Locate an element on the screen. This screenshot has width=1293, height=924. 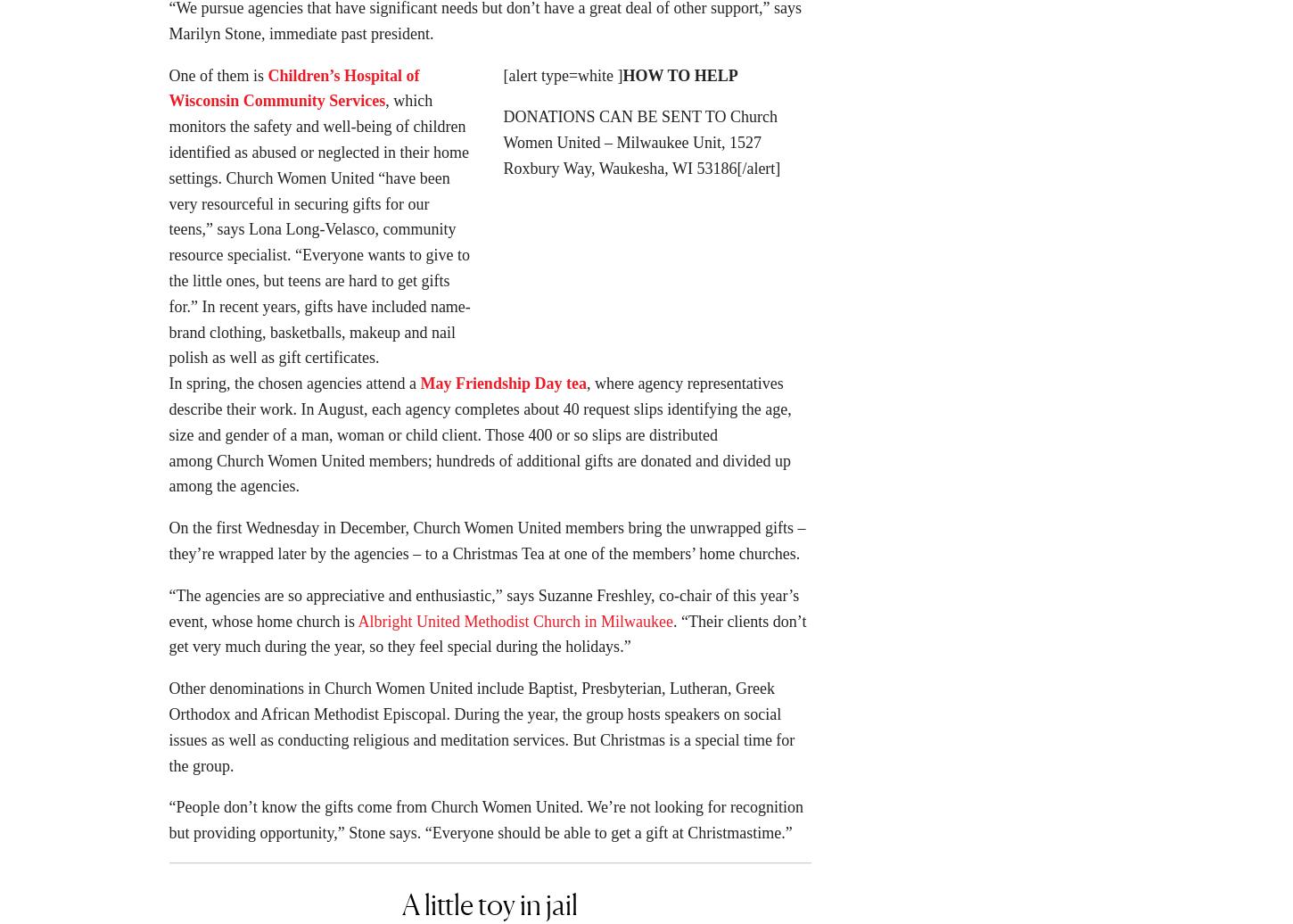
'May Friendship Day tea' is located at coordinates (503, 388).